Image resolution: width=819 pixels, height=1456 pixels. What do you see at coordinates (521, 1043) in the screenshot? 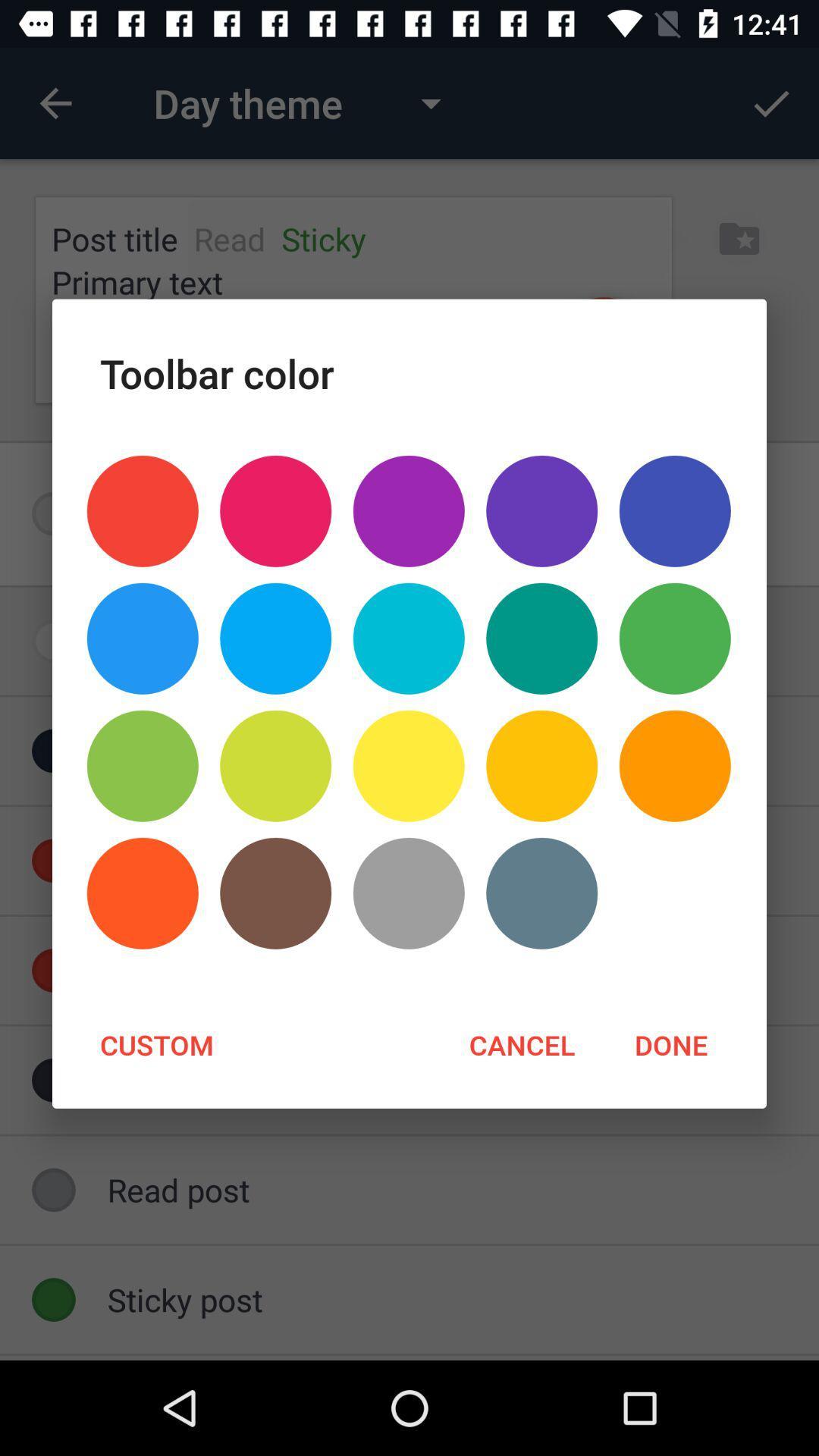
I see `the cancel icon` at bounding box center [521, 1043].